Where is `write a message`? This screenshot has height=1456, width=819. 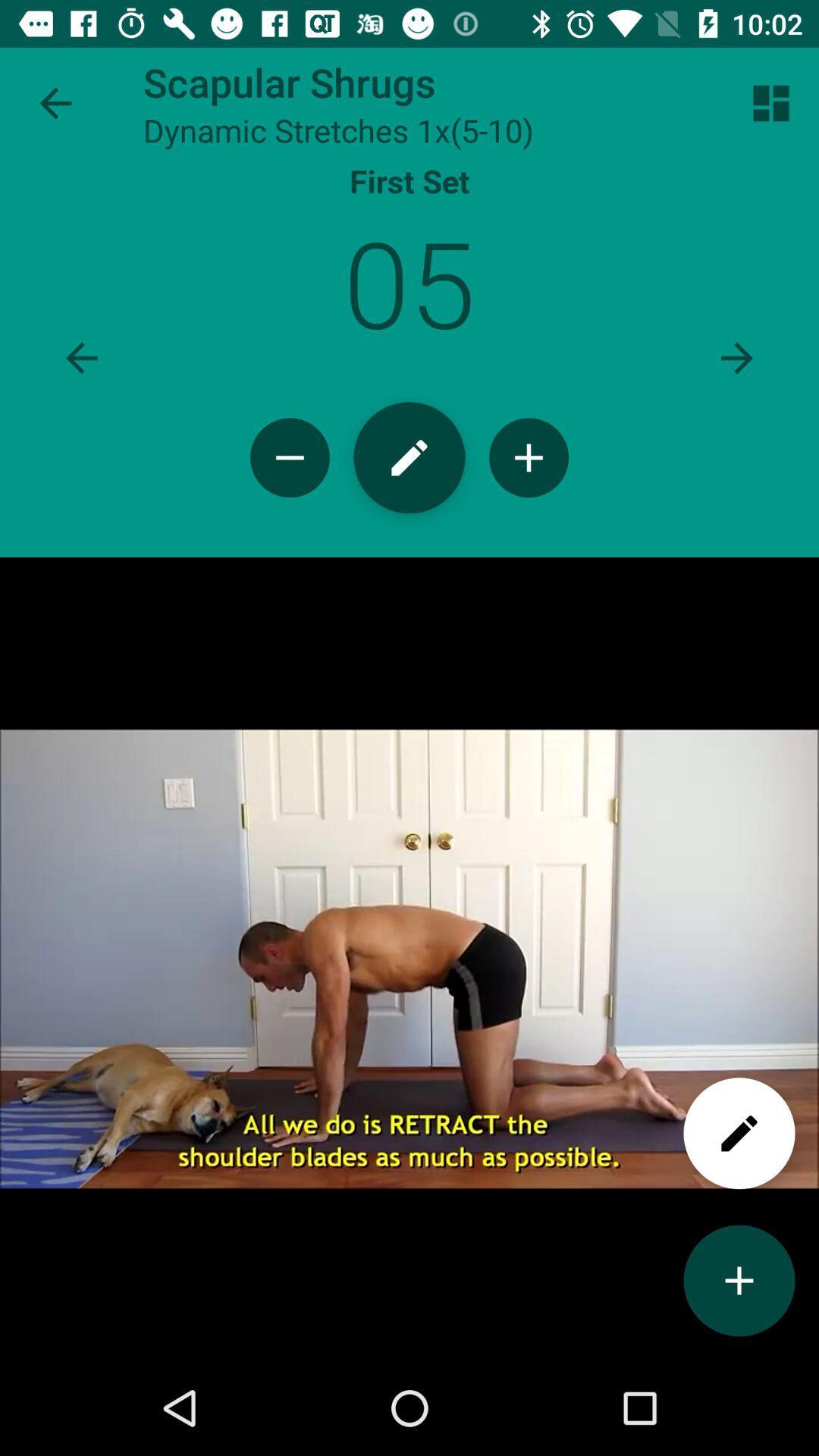 write a message is located at coordinates (739, 1133).